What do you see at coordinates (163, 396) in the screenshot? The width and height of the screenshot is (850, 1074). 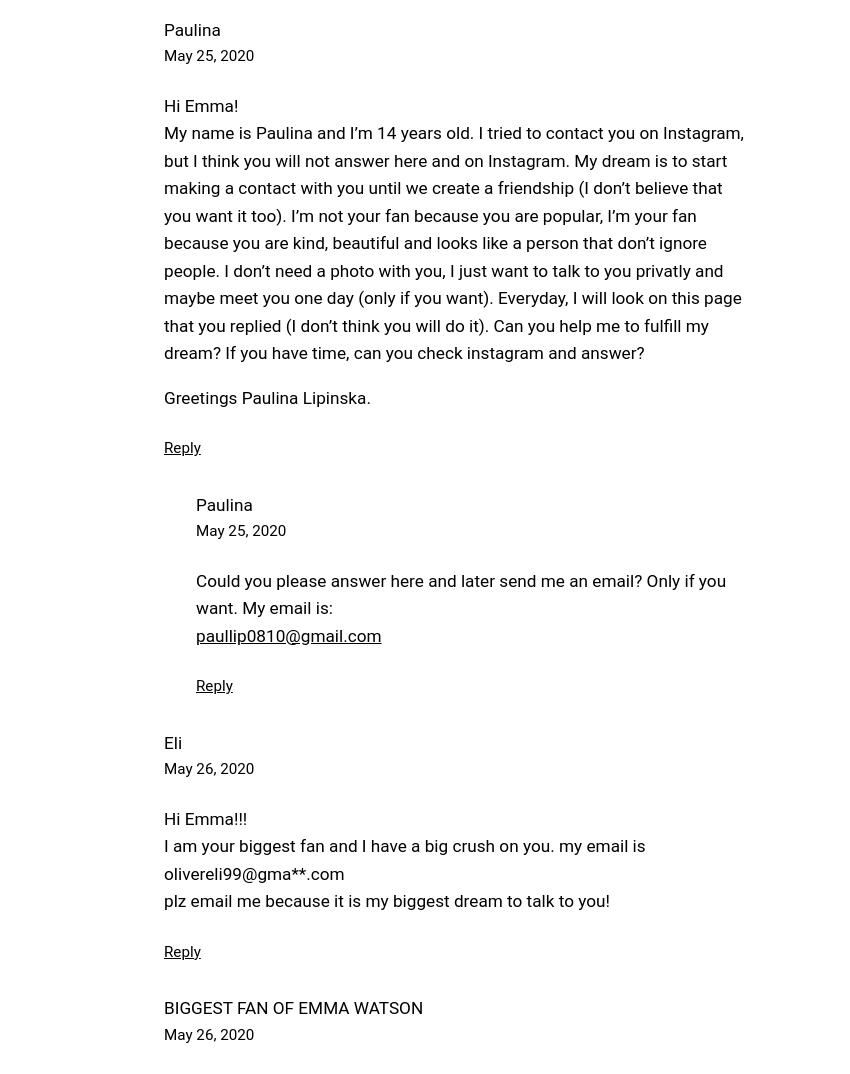 I see `'Greetings Paulina Lipinska.'` at bounding box center [163, 396].